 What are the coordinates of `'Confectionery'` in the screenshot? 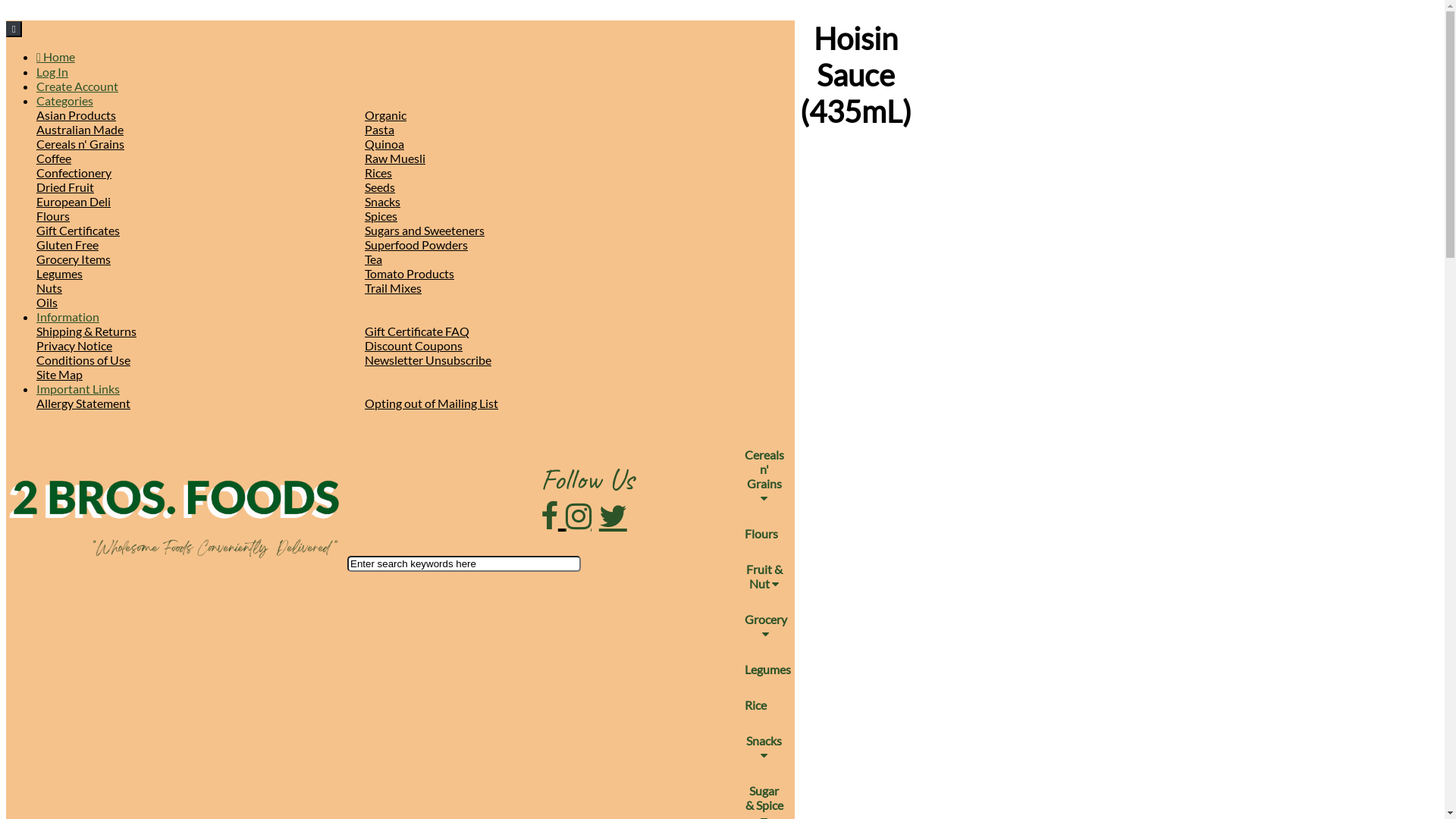 It's located at (36, 171).